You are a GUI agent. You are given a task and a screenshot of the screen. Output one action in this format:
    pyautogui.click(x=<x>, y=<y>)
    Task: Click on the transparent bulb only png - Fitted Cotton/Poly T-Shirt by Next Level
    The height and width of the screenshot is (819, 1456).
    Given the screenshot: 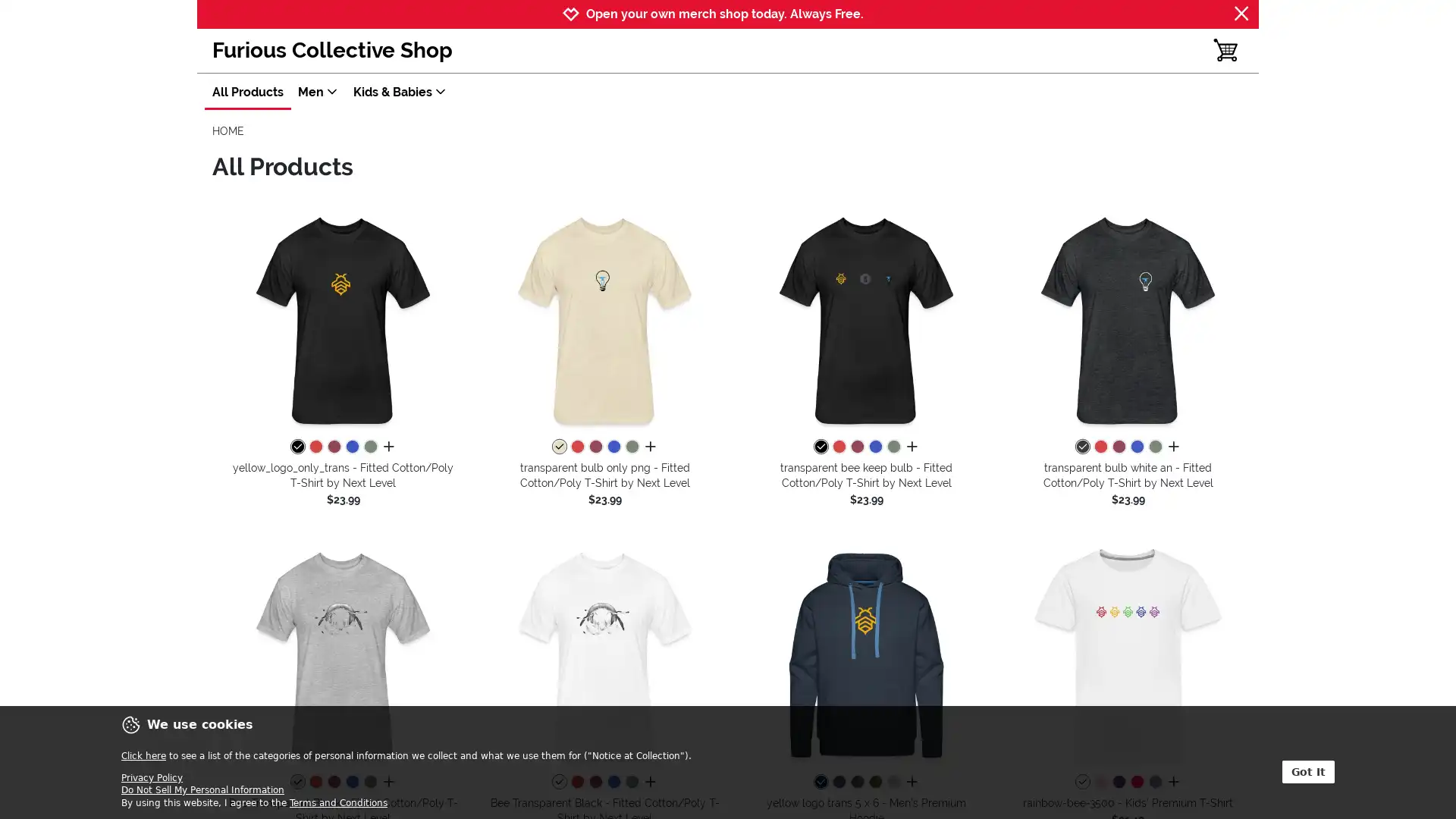 What is the action you would take?
    pyautogui.click(x=604, y=318)
    